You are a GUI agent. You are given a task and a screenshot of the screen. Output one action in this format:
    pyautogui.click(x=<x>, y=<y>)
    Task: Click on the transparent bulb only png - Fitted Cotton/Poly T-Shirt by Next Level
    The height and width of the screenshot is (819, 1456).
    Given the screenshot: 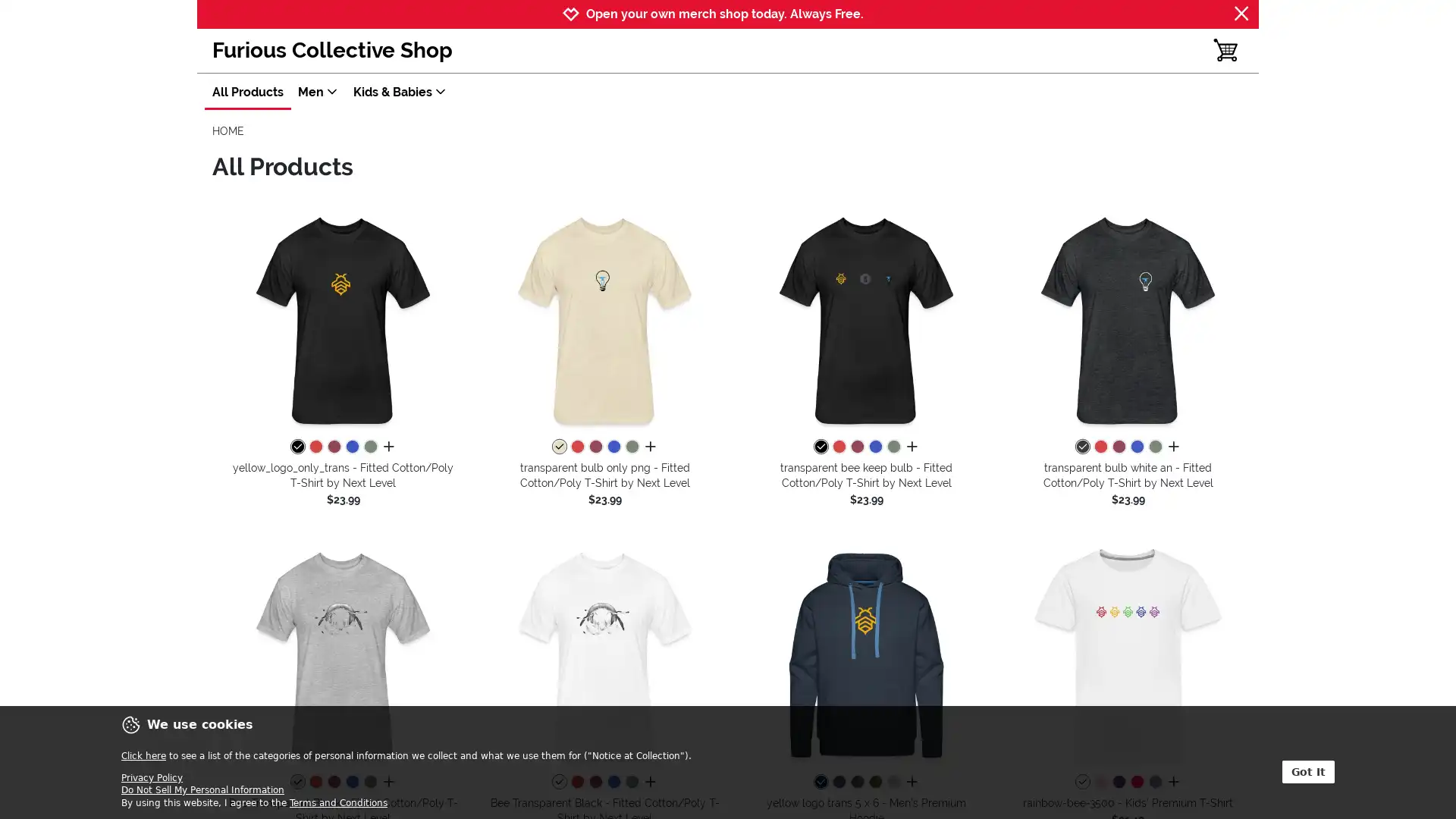 What is the action you would take?
    pyautogui.click(x=604, y=318)
    